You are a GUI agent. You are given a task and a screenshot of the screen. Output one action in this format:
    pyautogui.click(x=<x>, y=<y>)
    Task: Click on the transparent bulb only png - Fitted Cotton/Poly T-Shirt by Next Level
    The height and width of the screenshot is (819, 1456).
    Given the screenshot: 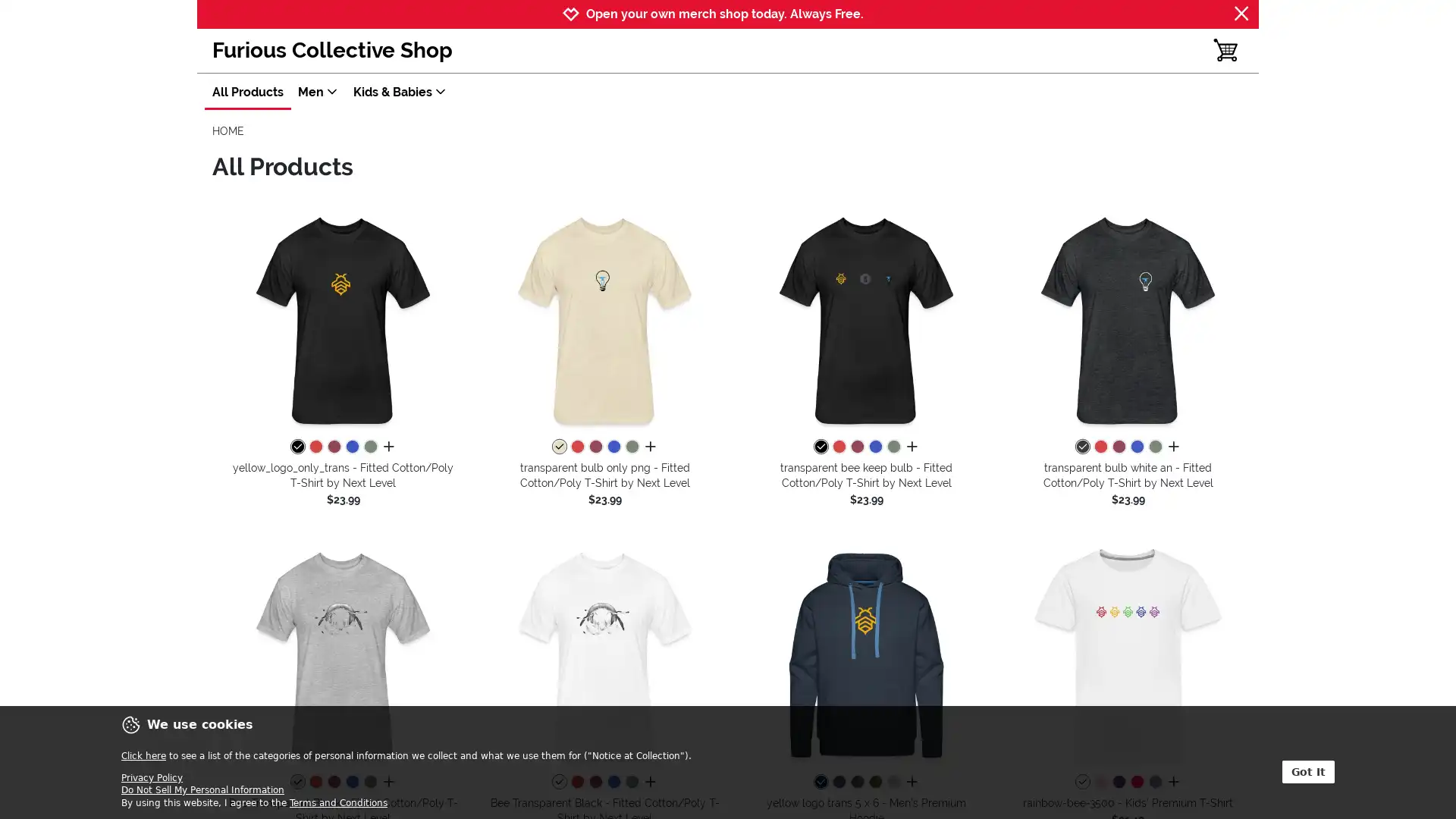 What is the action you would take?
    pyautogui.click(x=604, y=318)
    